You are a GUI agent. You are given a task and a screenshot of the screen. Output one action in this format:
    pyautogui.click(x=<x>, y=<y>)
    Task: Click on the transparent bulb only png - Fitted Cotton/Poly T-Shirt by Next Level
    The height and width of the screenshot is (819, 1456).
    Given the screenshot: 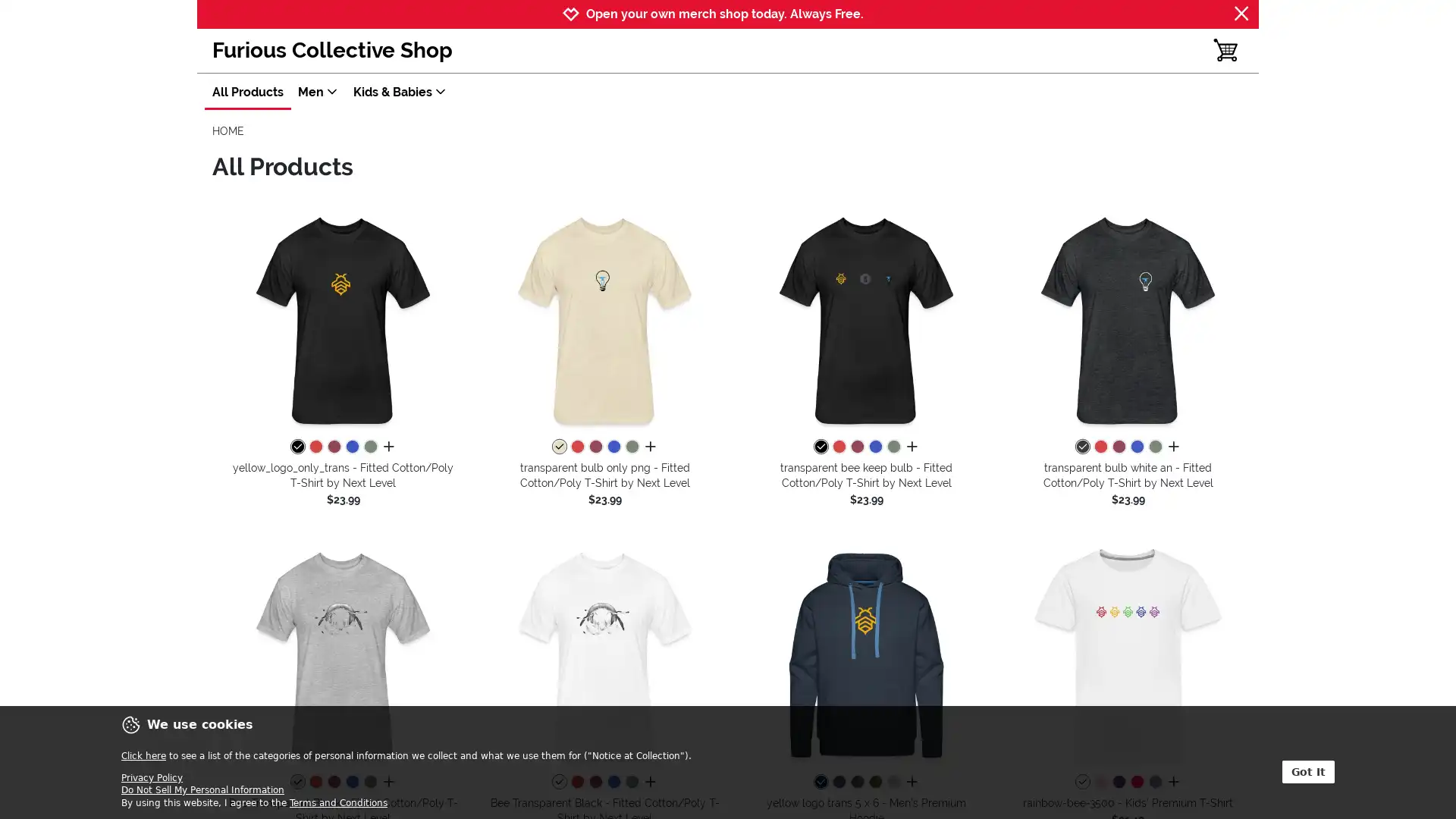 What is the action you would take?
    pyautogui.click(x=604, y=318)
    